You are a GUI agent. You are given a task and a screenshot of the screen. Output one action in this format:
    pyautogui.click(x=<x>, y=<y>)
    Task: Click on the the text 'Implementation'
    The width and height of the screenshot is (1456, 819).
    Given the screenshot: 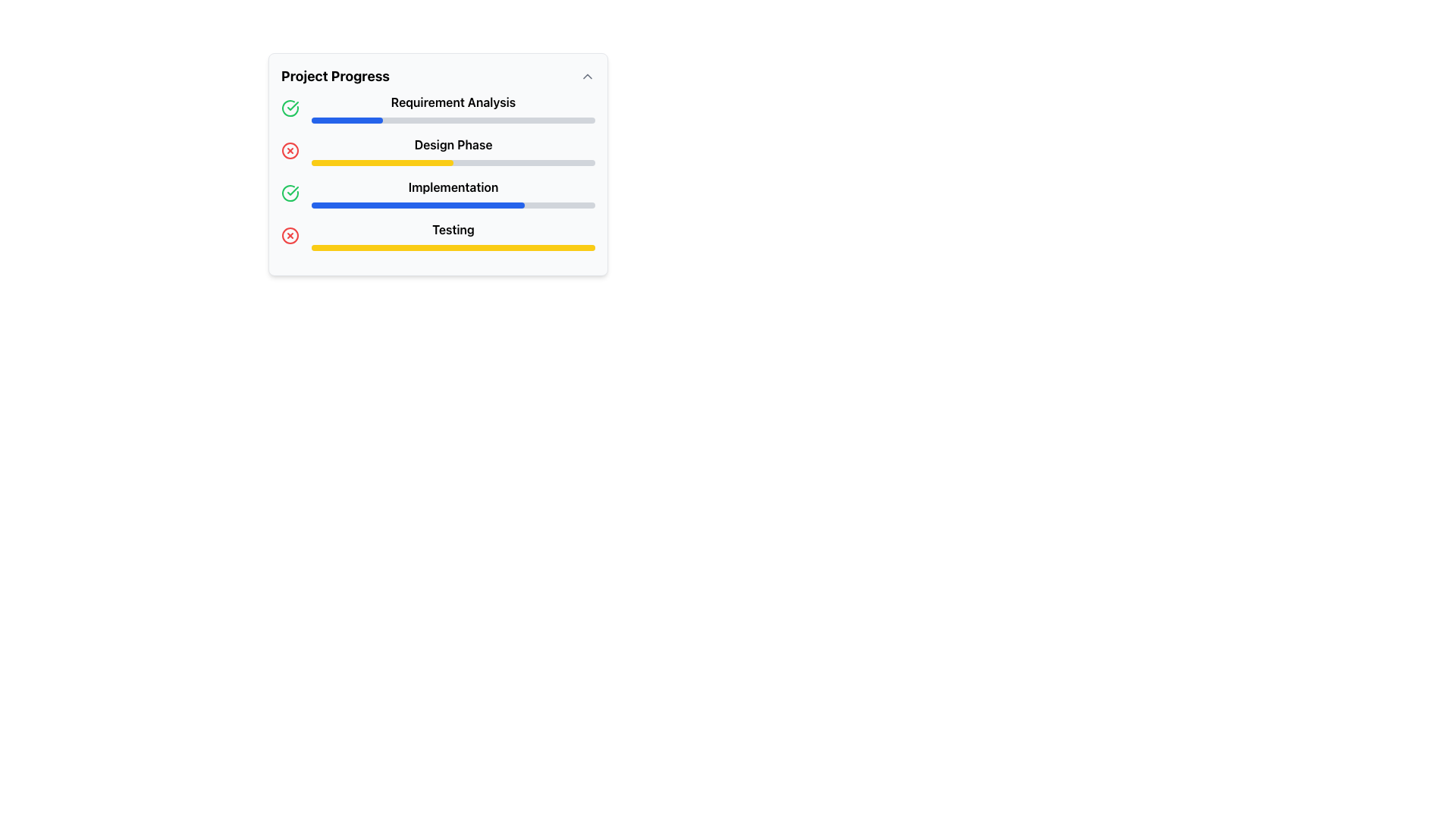 What is the action you would take?
    pyautogui.click(x=437, y=192)
    